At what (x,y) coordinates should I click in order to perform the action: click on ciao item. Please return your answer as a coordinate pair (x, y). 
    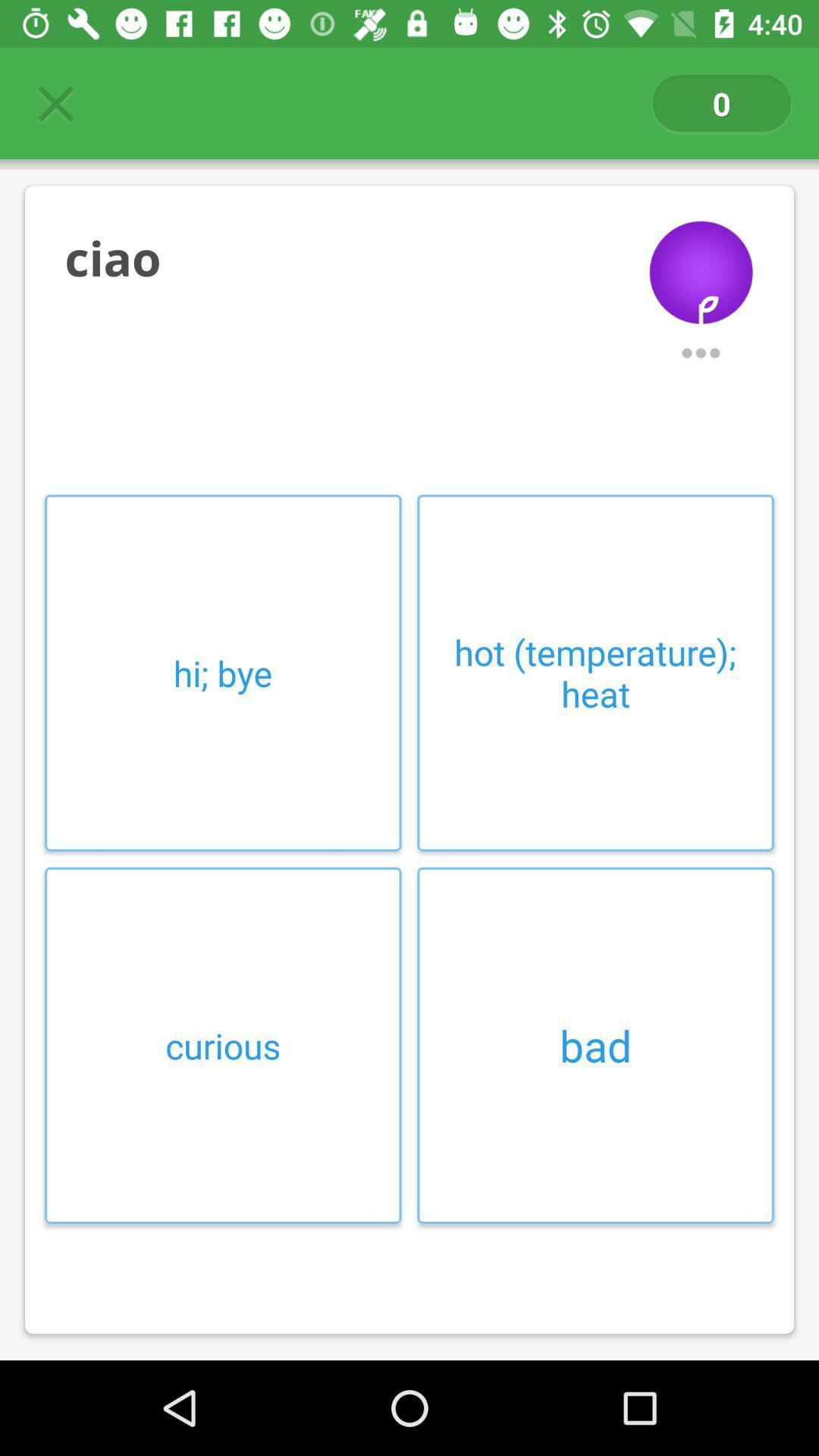
    Looking at the image, I should click on (342, 258).